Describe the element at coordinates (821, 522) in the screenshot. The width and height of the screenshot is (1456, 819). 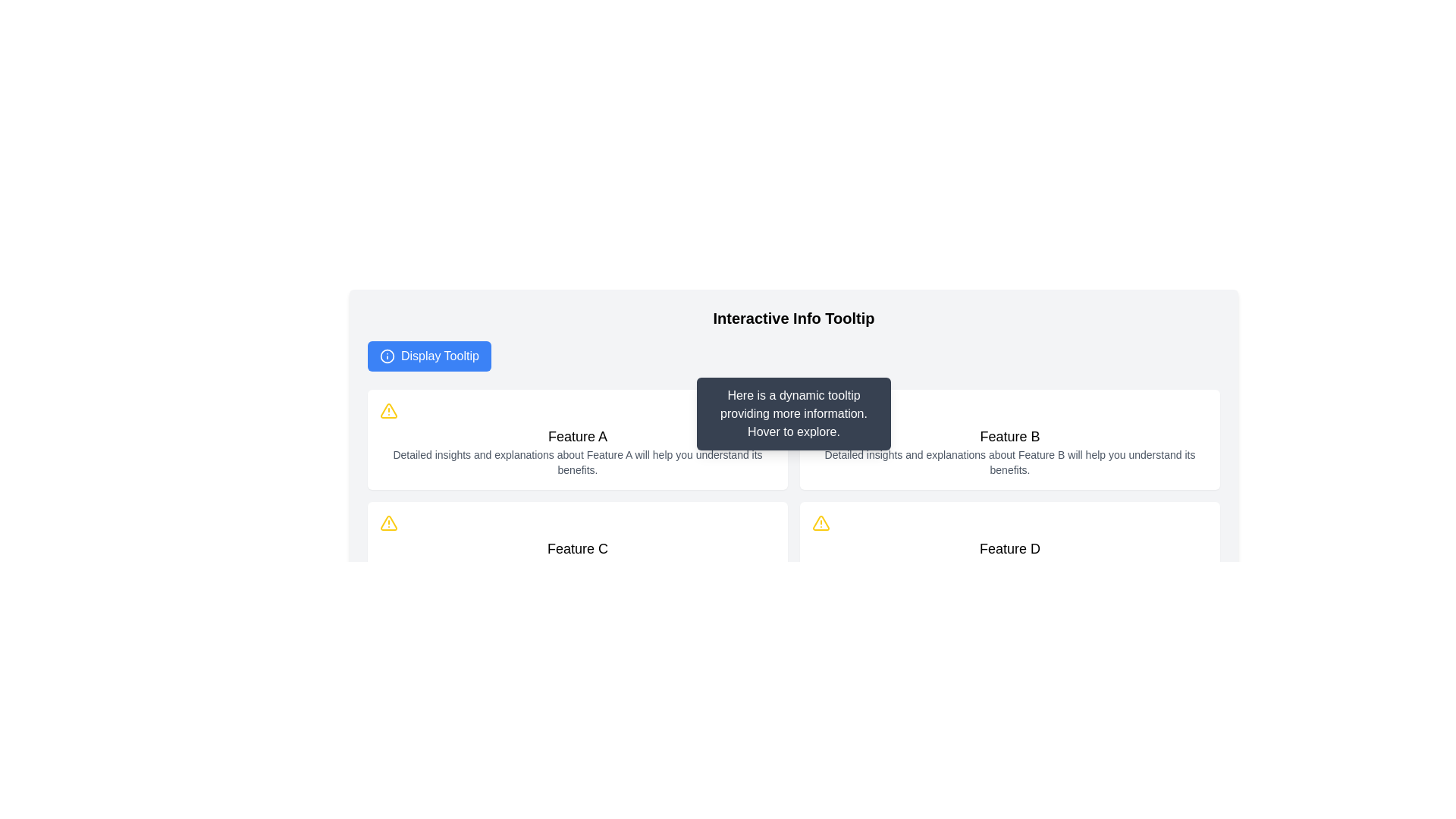
I see `the warning icon located in the 'Feature D' section, positioned at the top-left corner above the text description` at that location.